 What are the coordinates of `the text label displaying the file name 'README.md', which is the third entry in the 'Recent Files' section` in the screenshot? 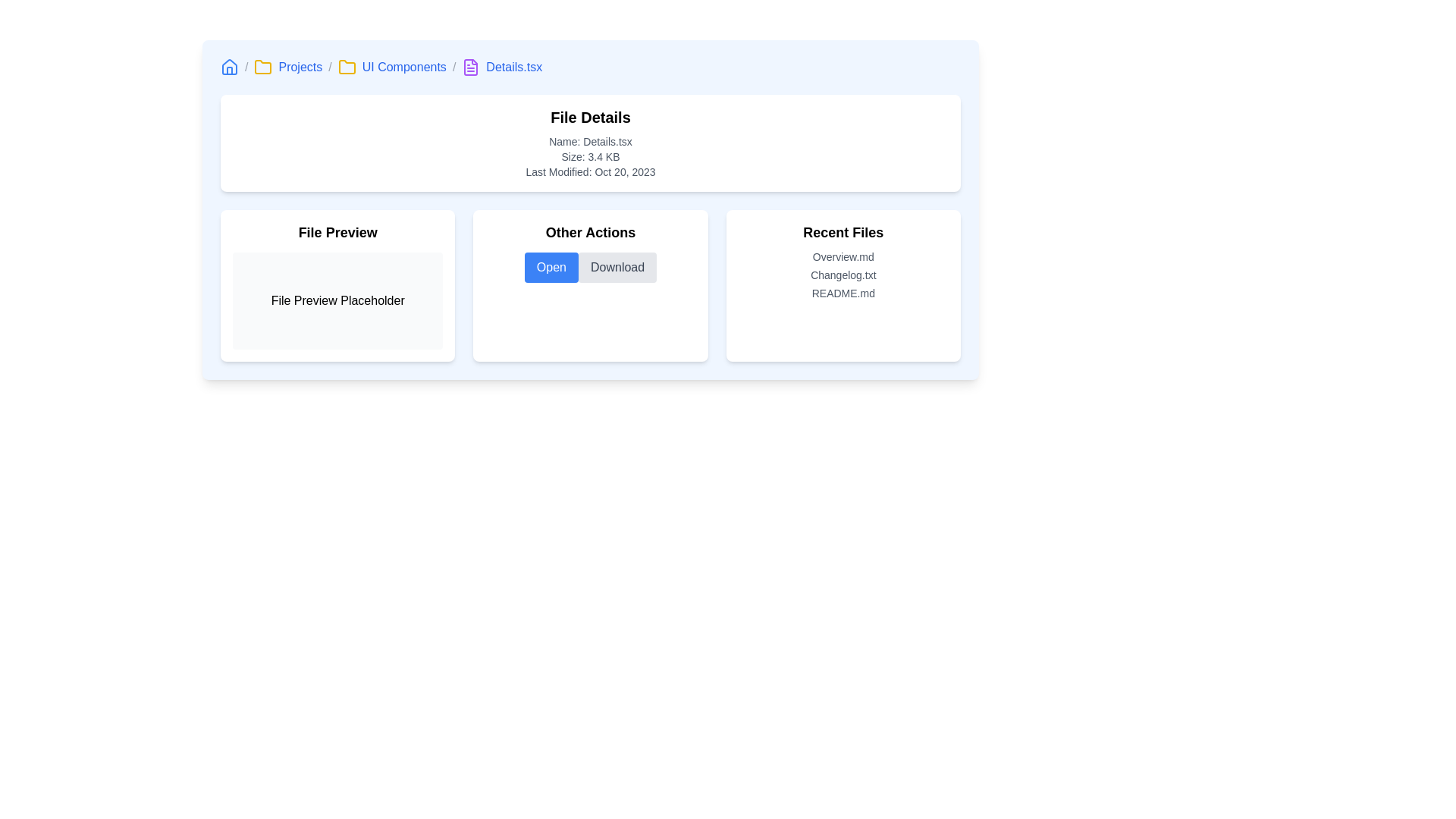 It's located at (843, 293).